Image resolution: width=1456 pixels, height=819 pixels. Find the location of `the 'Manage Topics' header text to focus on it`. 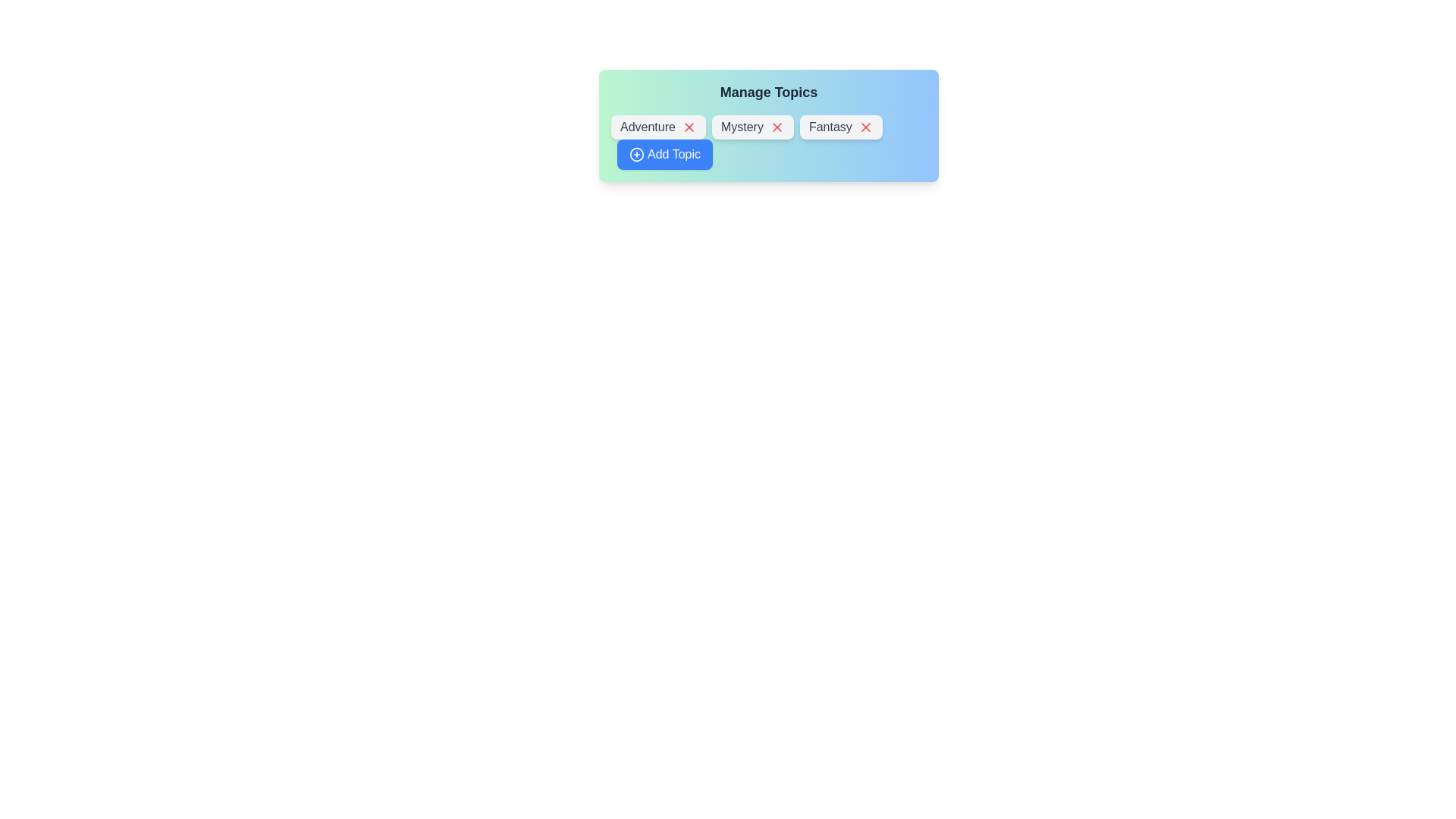

the 'Manage Topics' header text to focus on it is located at coordinates (768, 93).